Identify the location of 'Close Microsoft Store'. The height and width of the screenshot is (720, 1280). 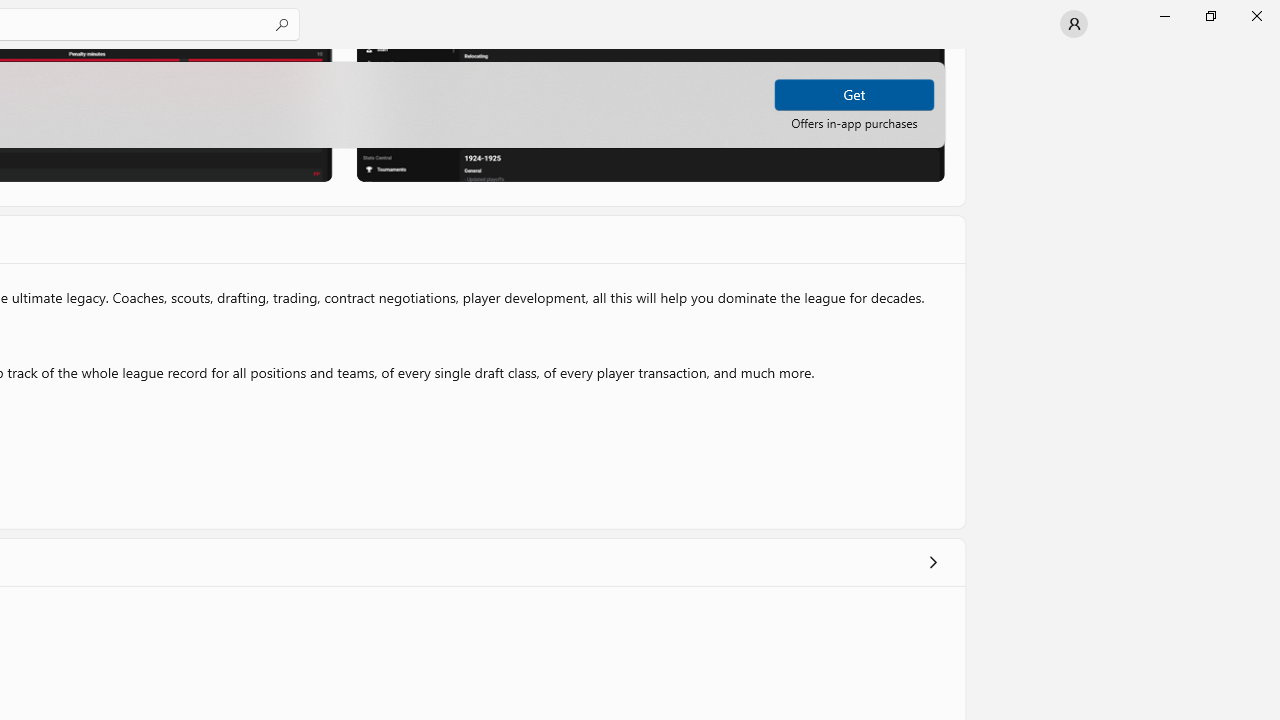
(1255, 15).